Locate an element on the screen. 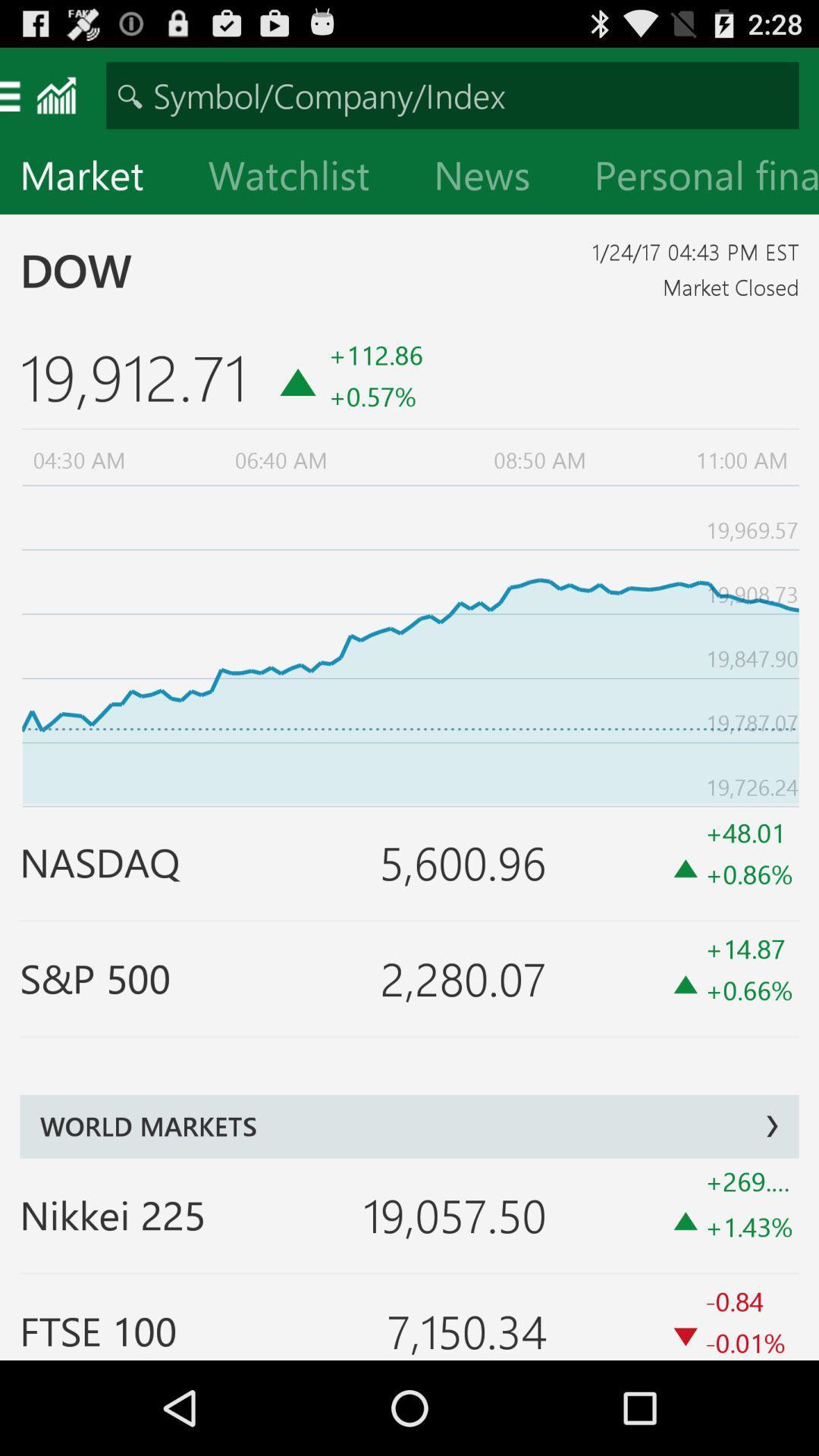  the item above +112.86 is located at coordinates (494, 178).